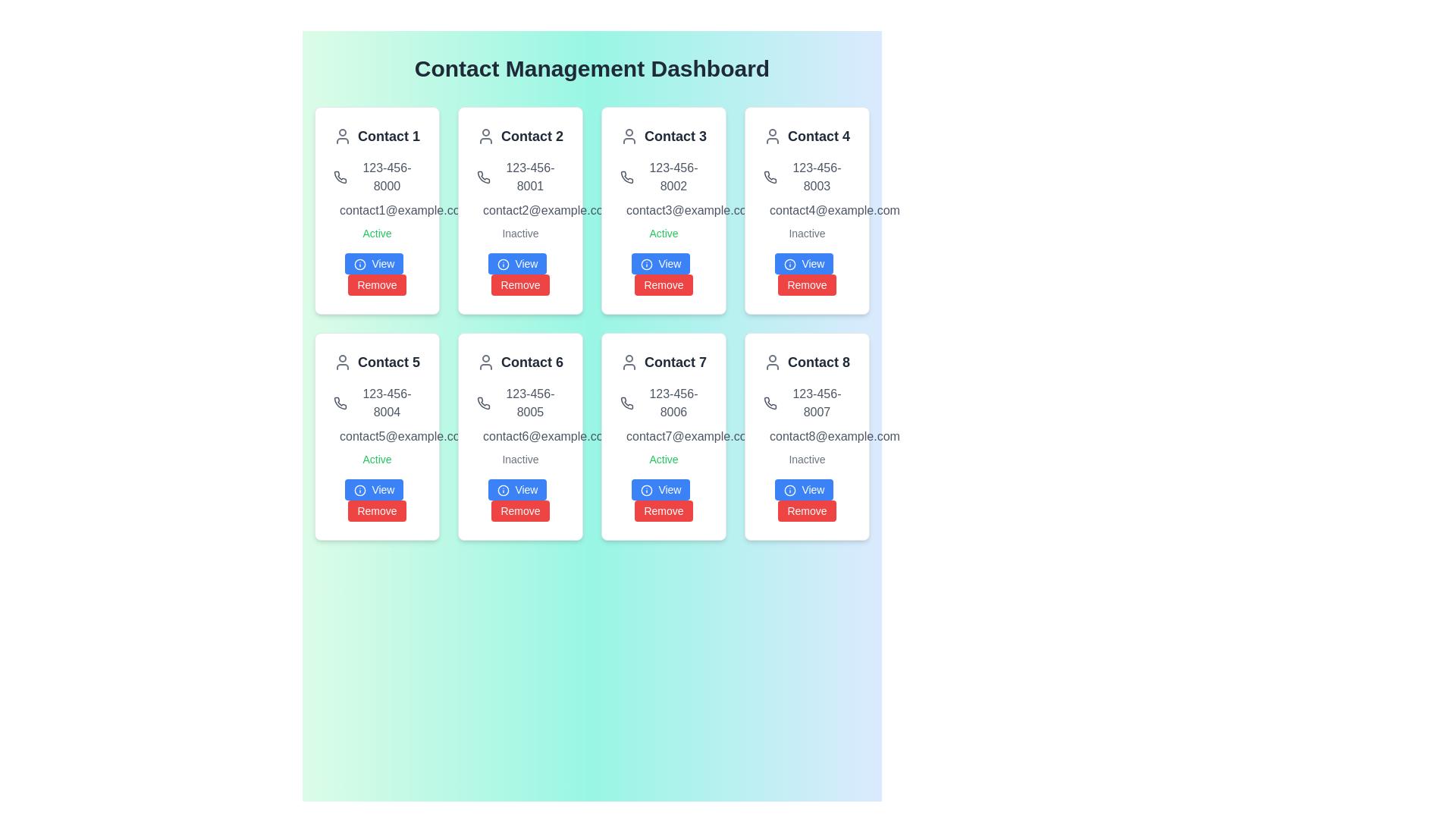  What do you see at coordinates (664, 177) in the screenshot?
I see `the phone number '123-456-8002' displayed in gray serifed font, which is located on the right side of the third contact card labeled 'Contact 3'` at bounding box center [664, 177].